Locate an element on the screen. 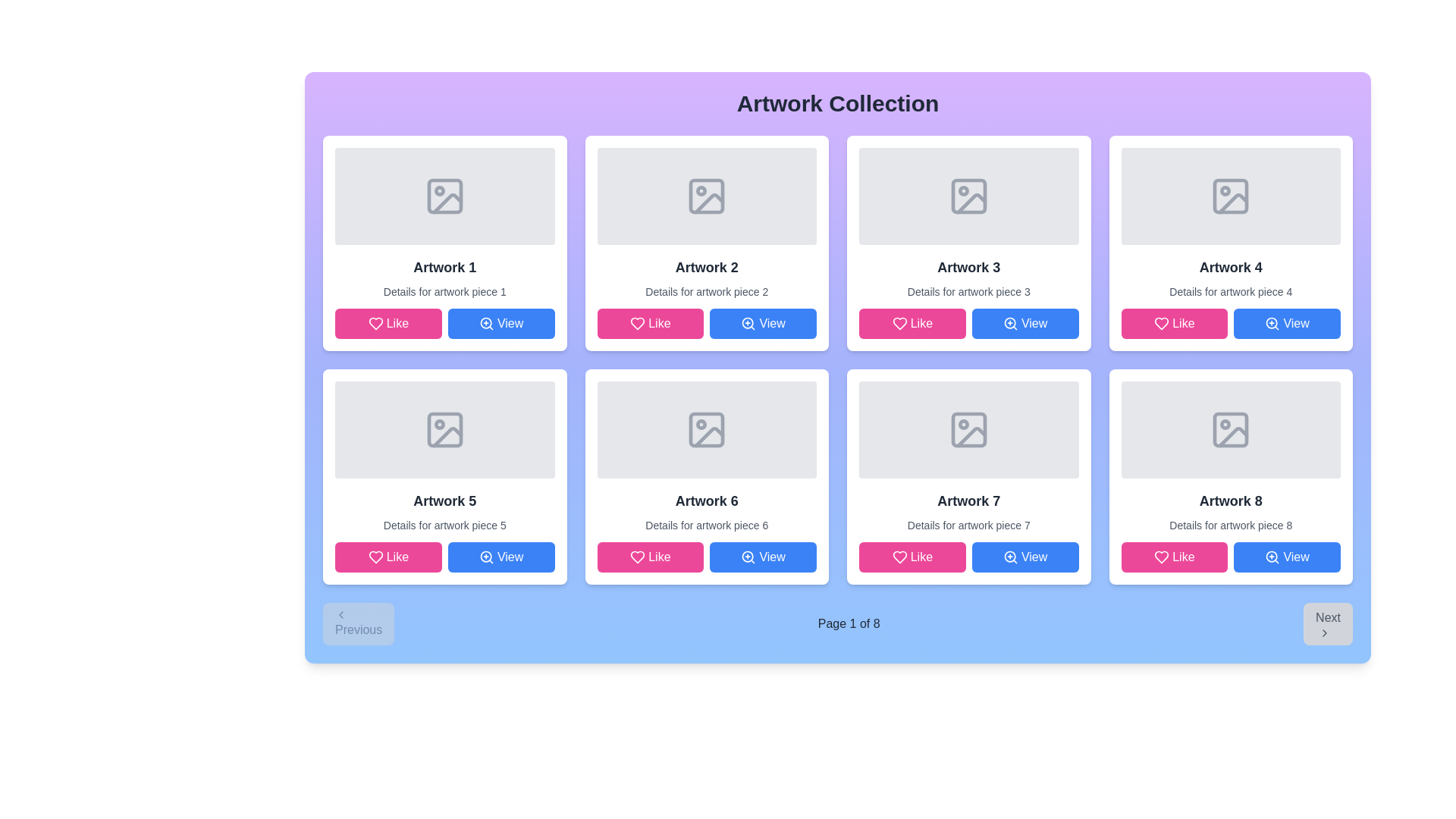 The height and width of the screenshot is (819, 1456). the small circular shape filled with a distinct color within the top-right quadrant of the image-shaped icon in the 'Artwork 4' section is located at coordinates (1225, 190).